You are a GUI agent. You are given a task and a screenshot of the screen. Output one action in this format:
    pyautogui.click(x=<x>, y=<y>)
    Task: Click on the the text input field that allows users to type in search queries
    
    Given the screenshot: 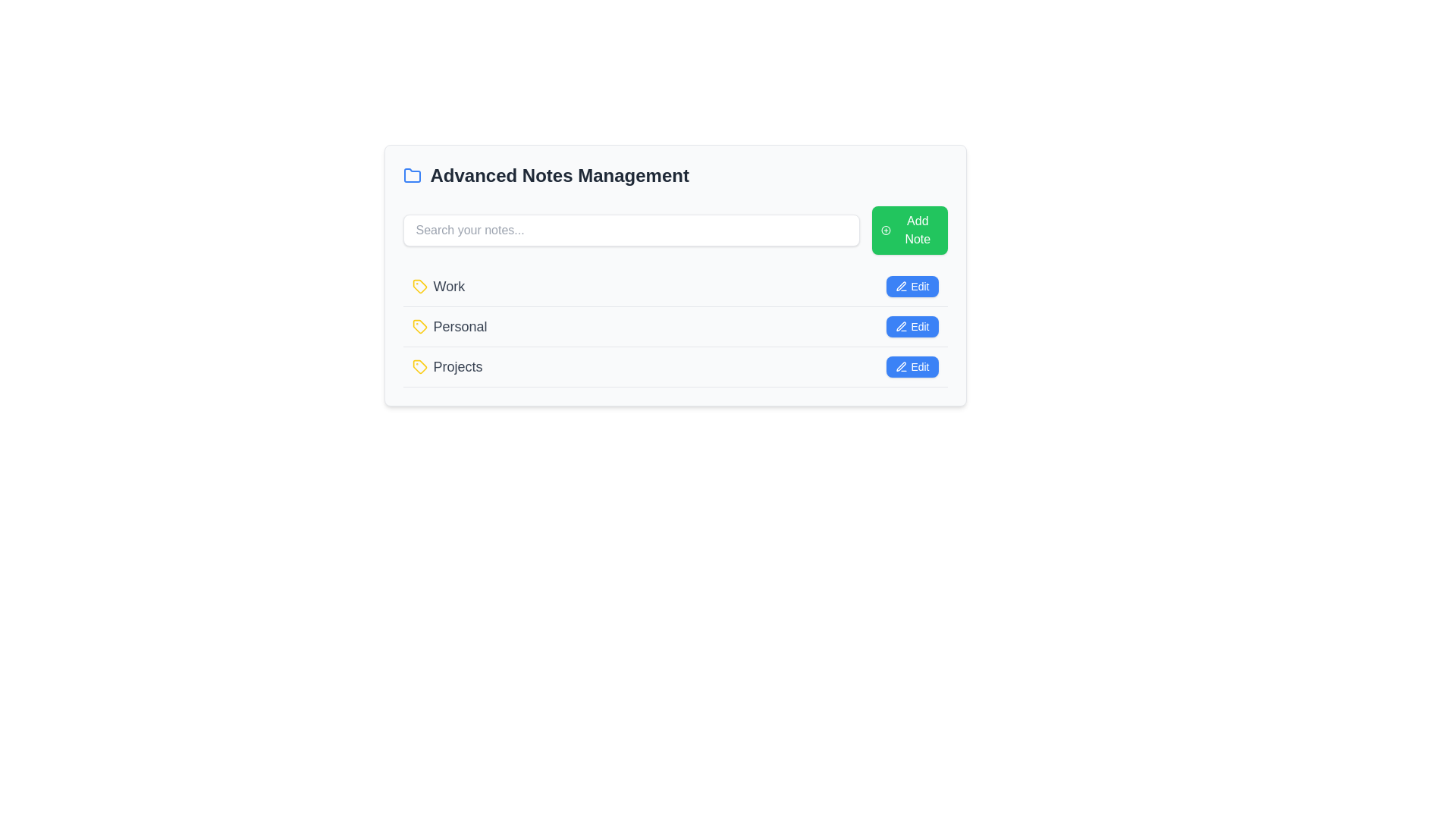 What is the action you would take?
    pyautogui.click(x=631, y=231)
    